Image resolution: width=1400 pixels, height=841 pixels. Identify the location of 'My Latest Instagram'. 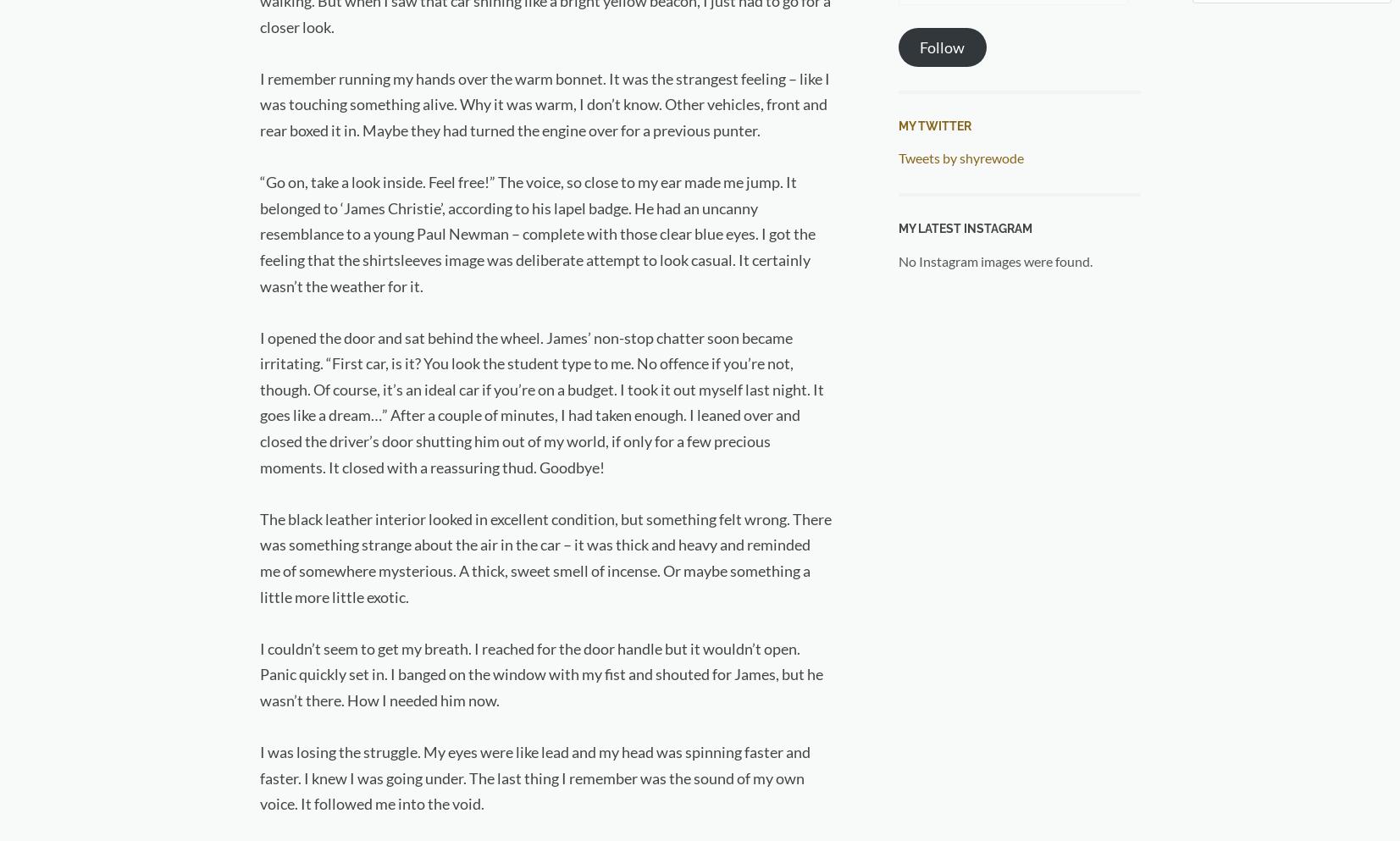
(898, 228).